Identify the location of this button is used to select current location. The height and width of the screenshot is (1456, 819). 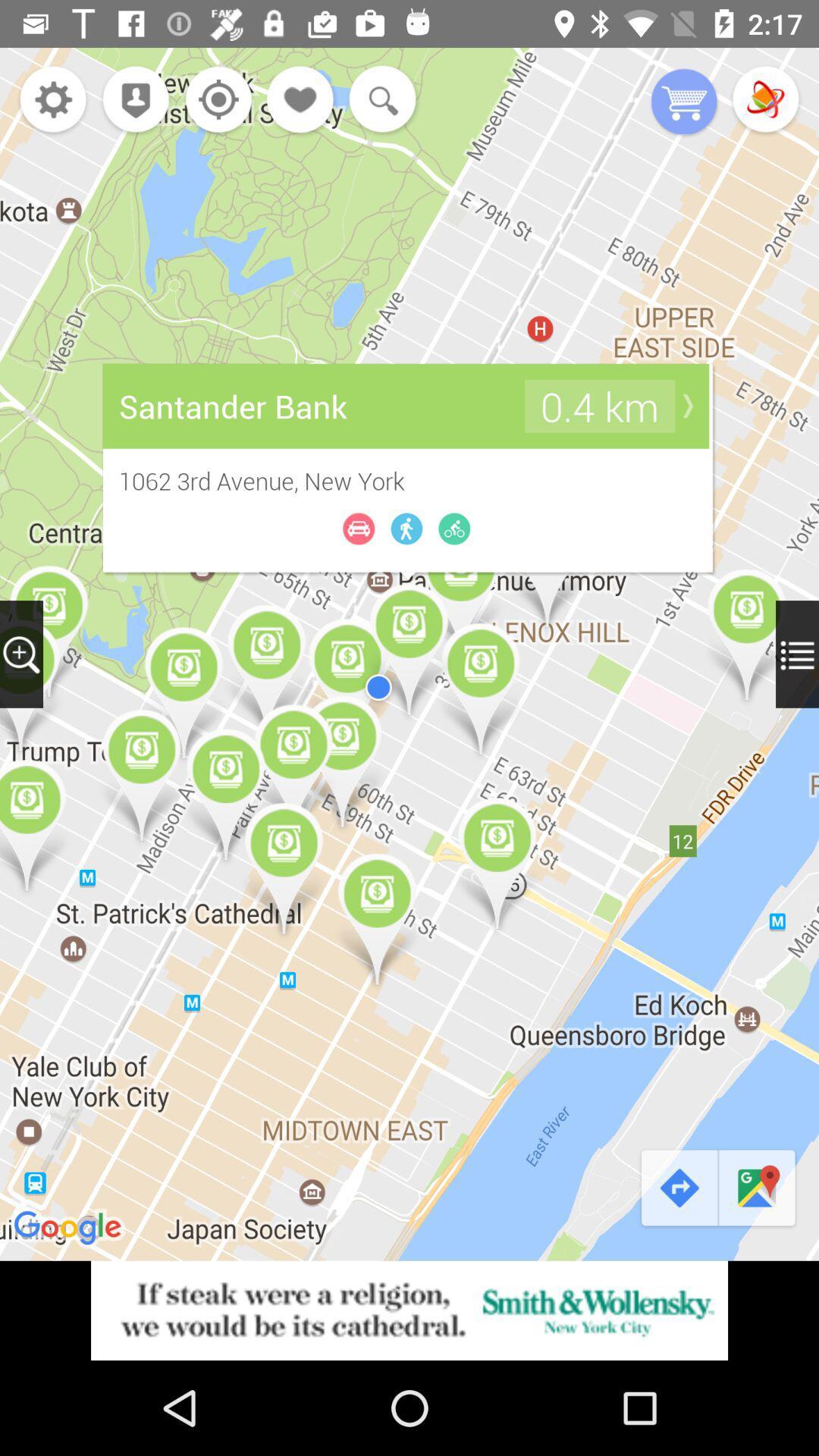
(215, 100).